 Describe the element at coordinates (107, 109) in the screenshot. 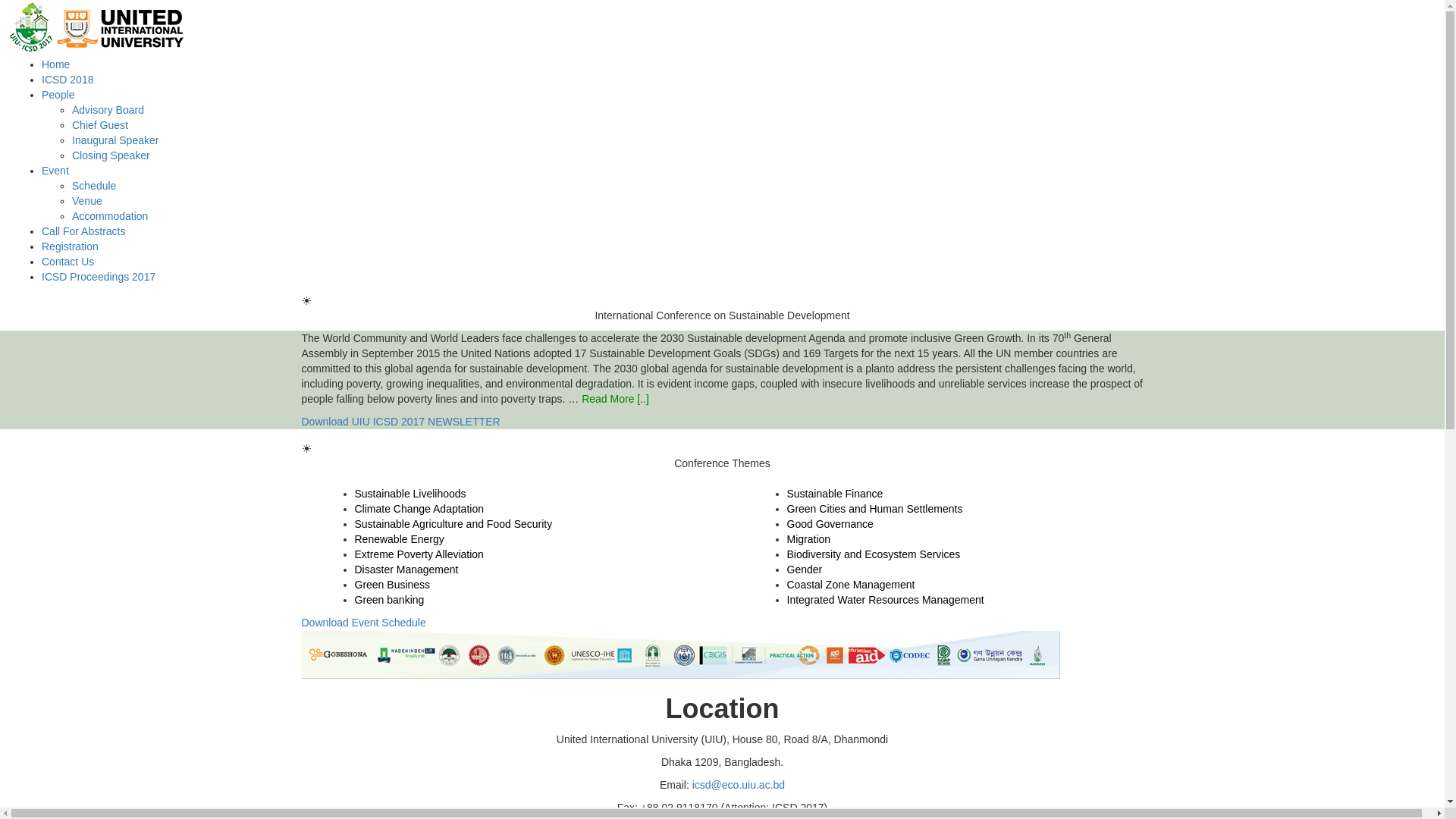

I see `'Advisory Board'` at that location.